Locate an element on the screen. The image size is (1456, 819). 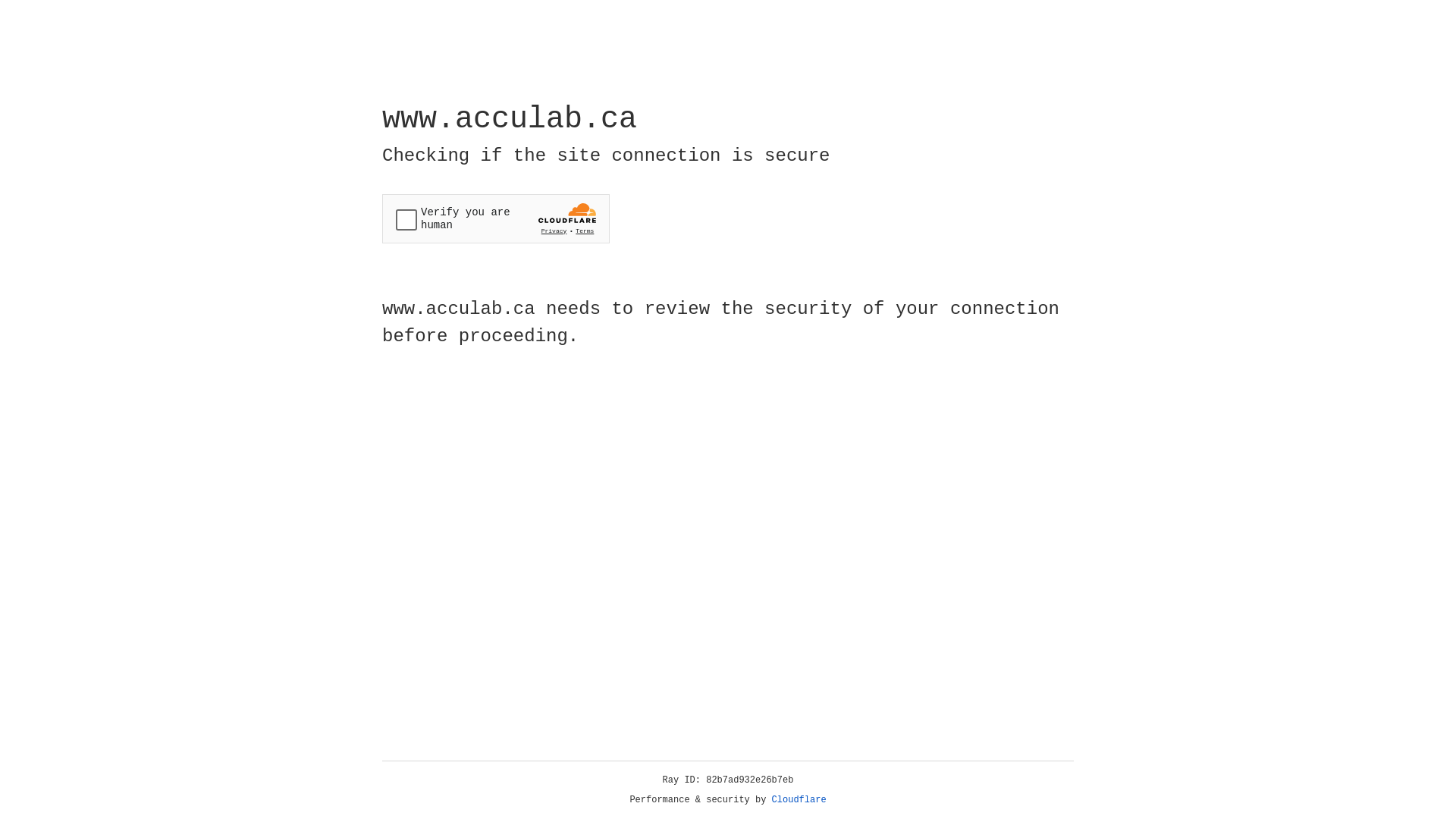
'Cloudflare' is located at coordinates (799, 799).